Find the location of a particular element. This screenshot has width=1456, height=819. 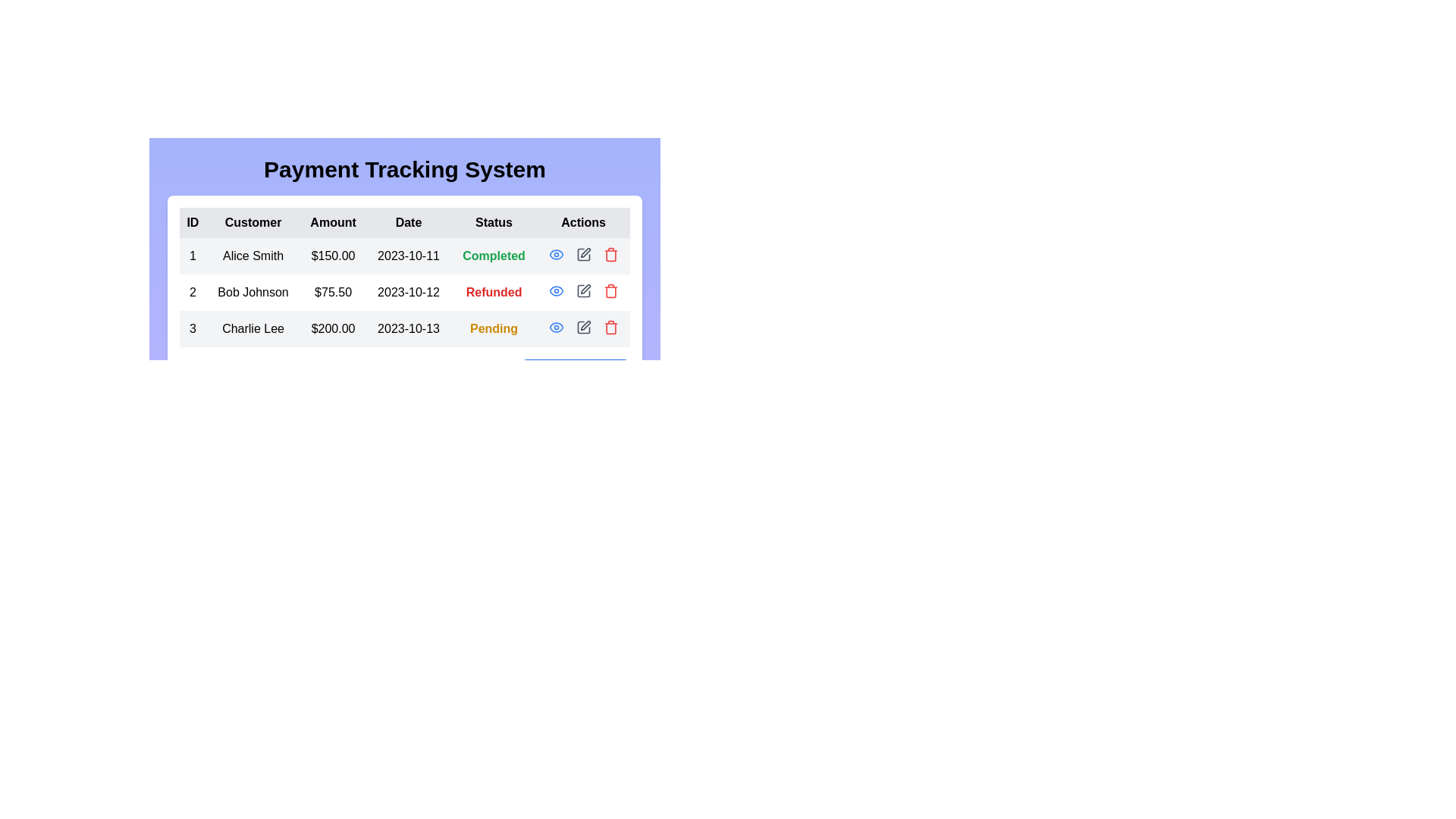

the edit icon in the action icons group for the payment record of 'Alice Smith' is located at coordinates (582, 253).